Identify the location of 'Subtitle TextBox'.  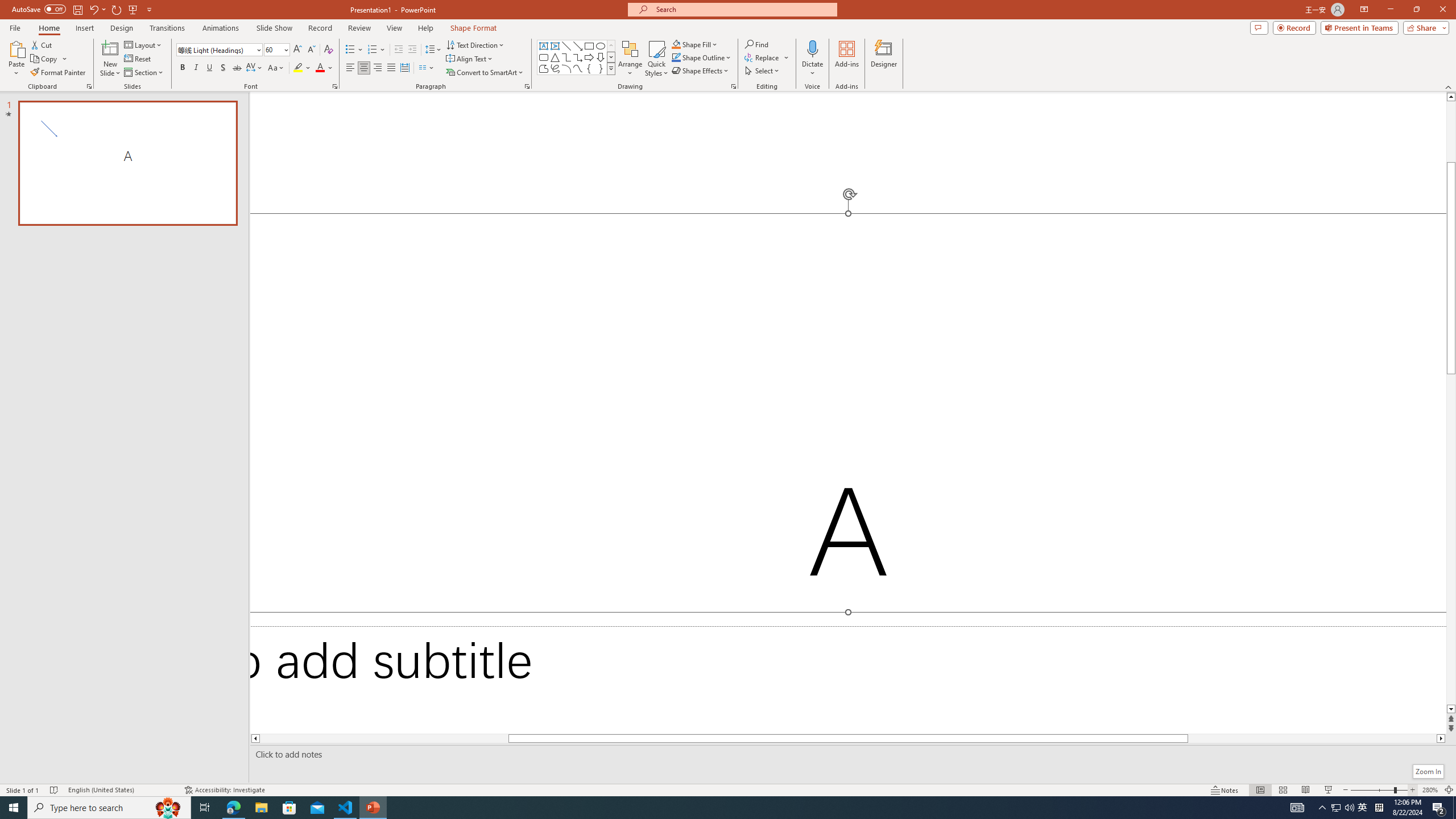
(848, 679).